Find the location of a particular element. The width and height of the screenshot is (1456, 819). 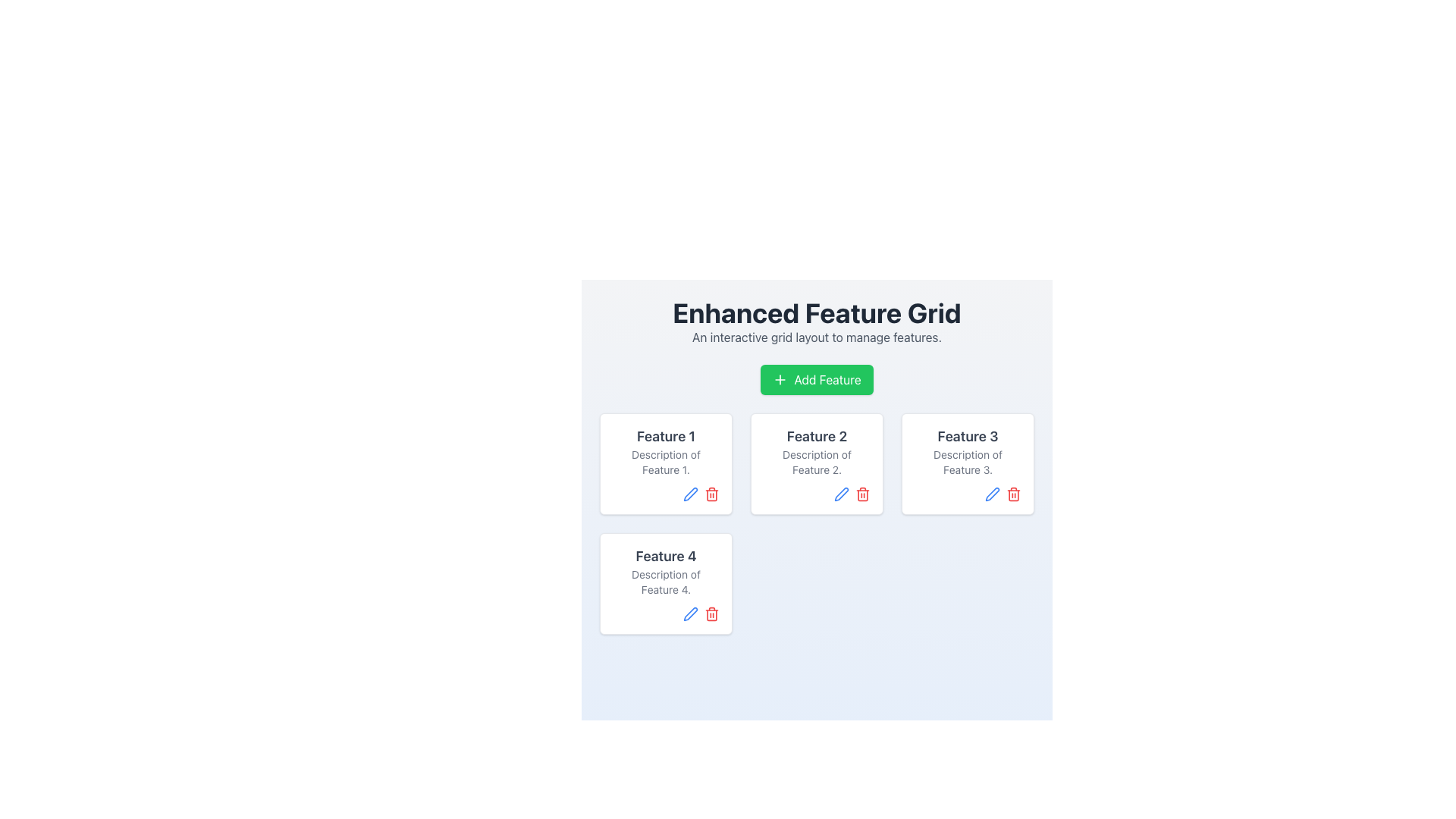

text content of the text label displaying 'Feature 1' in bold dark gray within the feature card is located at coordinates (666, 436).